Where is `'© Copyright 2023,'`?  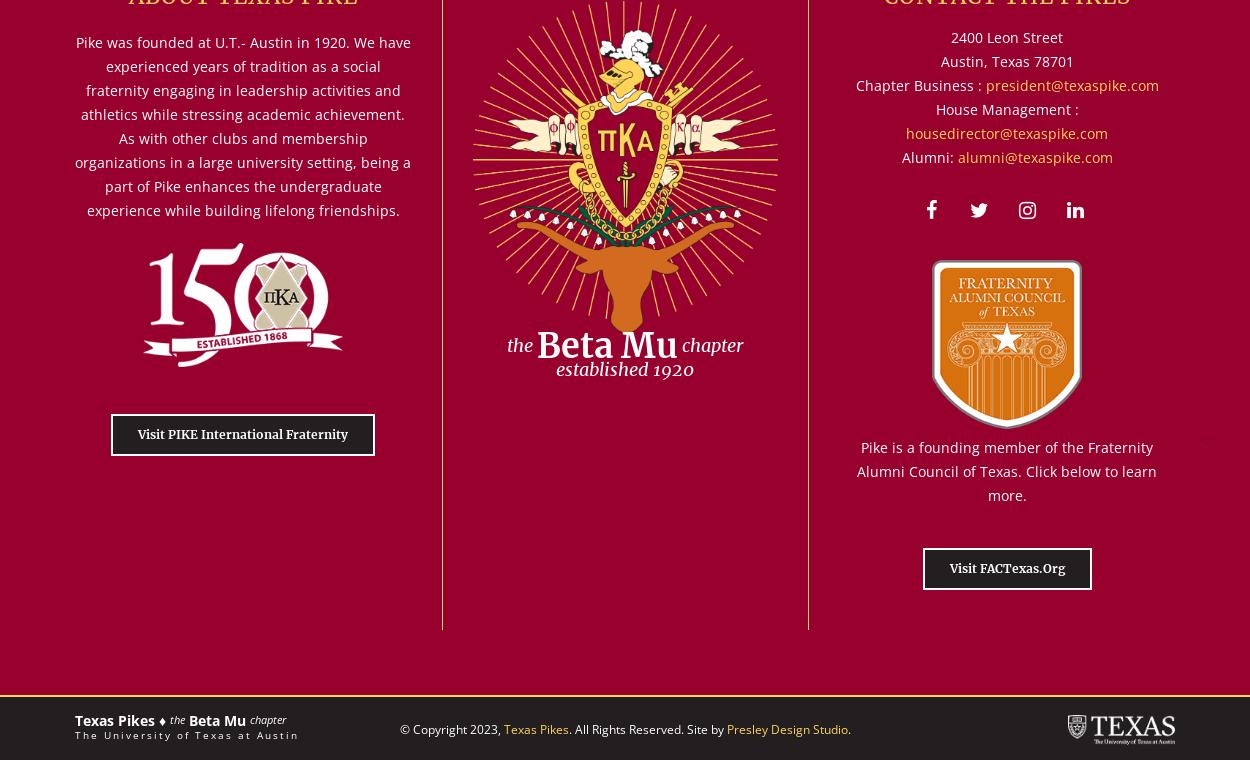
'© Copyright 2023,' is located at coordinates (450, 728).